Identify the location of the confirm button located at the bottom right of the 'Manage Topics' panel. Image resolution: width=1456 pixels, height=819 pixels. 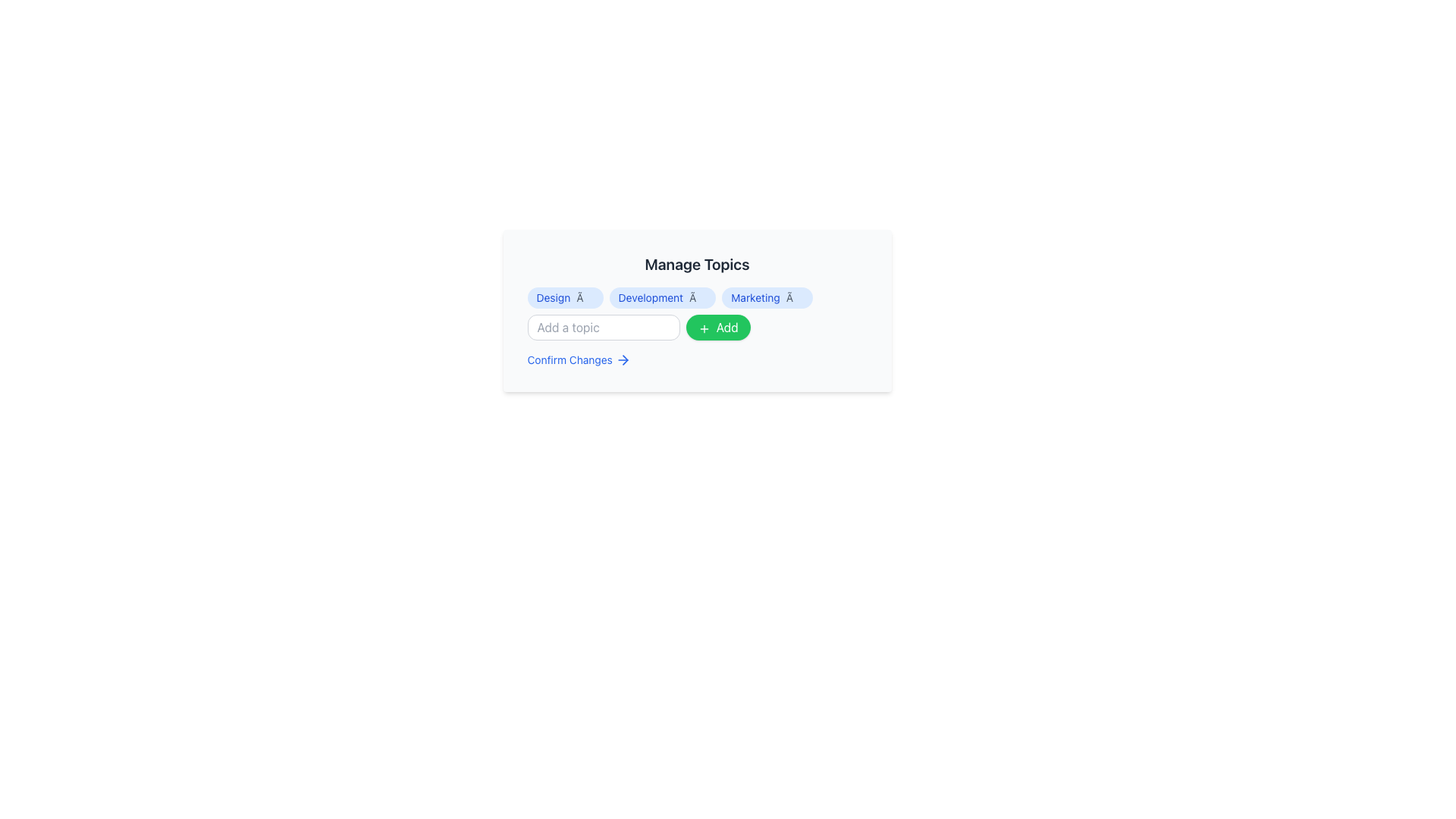
(578, 359).